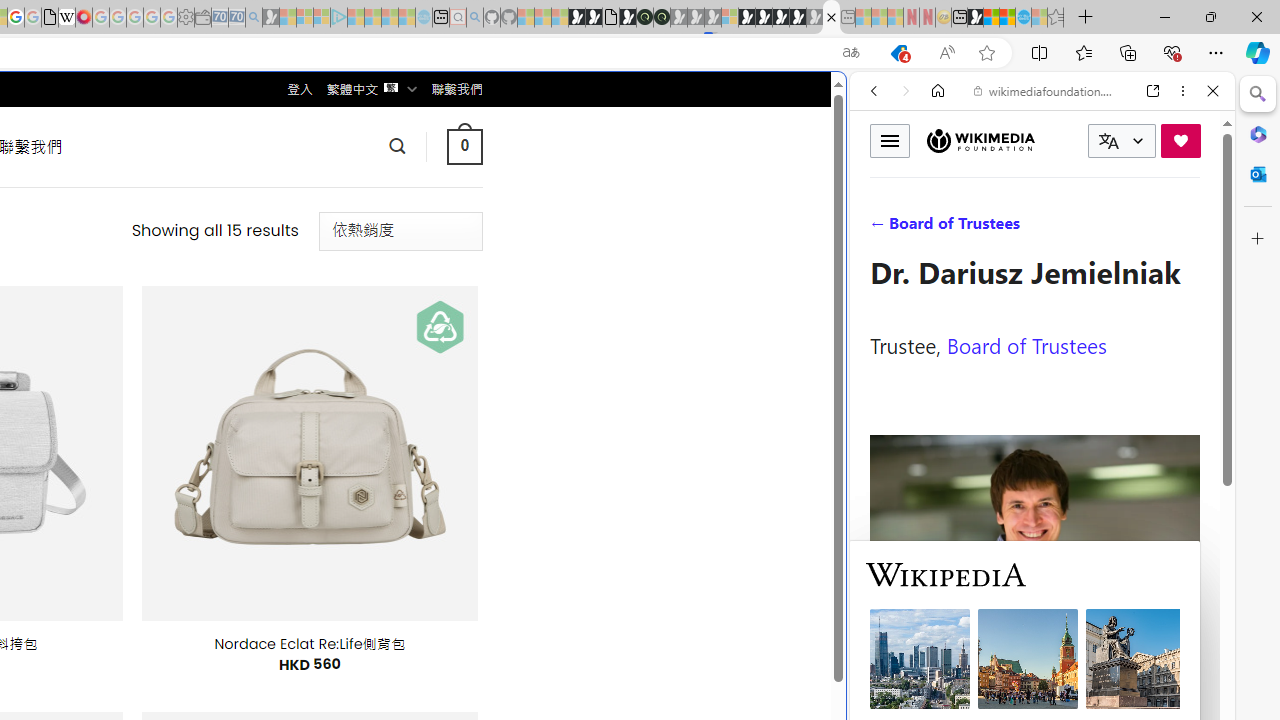 The width and height of the screenshot is (1280, 720). I want to click on 'Search Filter, WEB', so click(881, 227).